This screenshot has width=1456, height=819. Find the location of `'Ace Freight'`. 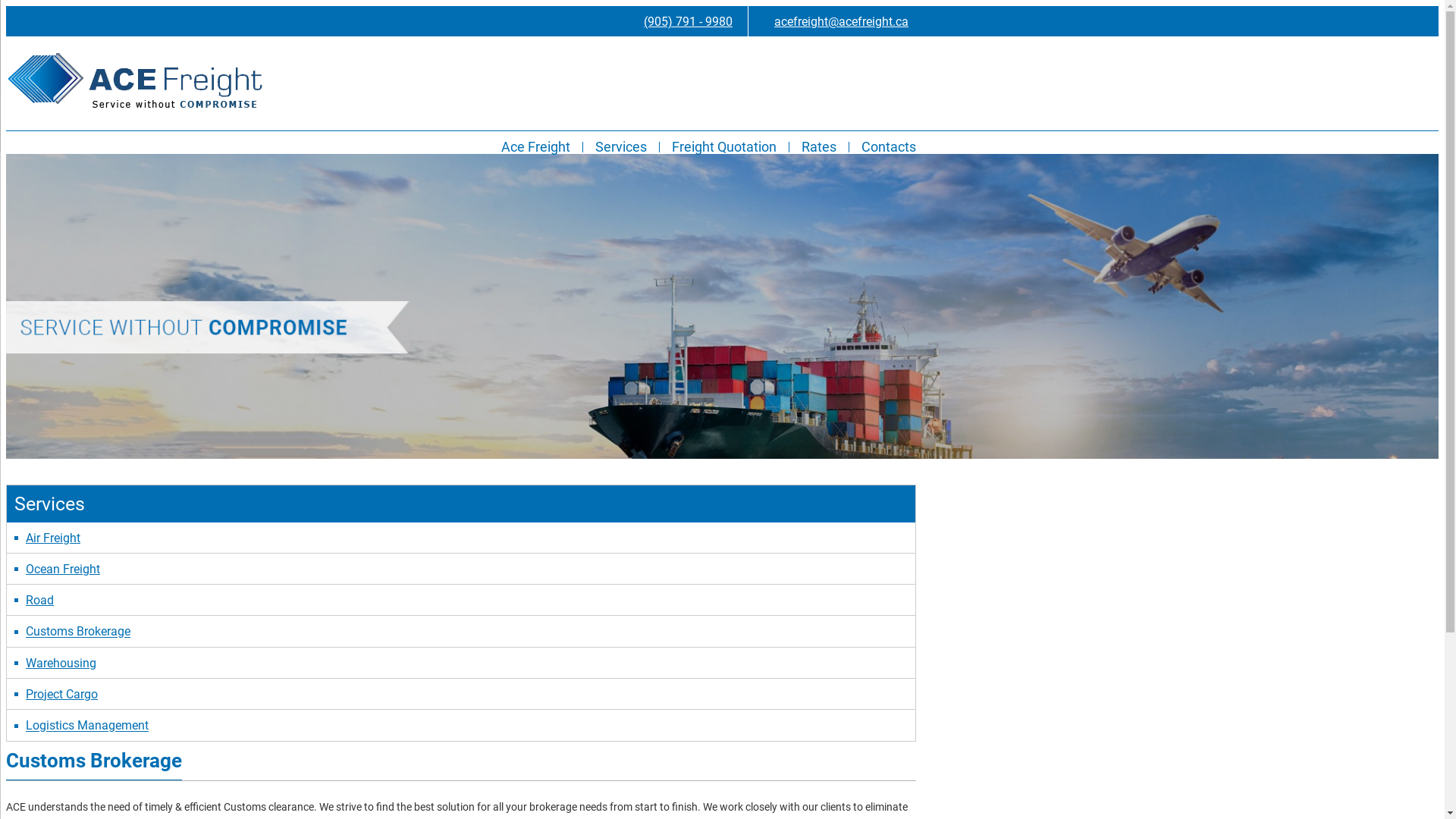

'Ace Freight' is located at coordinates (535, 146).